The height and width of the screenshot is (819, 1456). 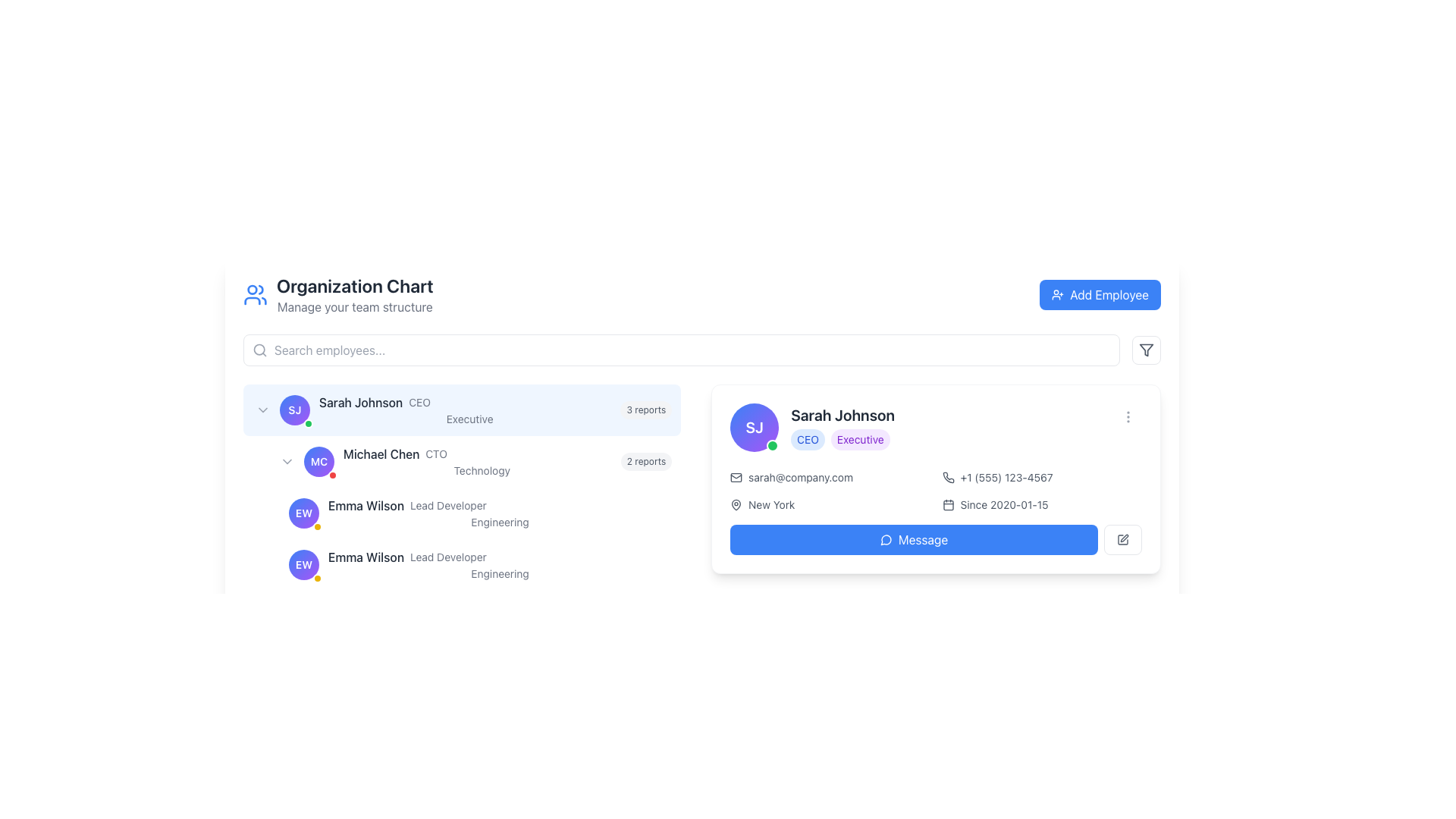 I want to click on the circular profile icon representing 'Emma Wilson', so click(x=303, y=513).